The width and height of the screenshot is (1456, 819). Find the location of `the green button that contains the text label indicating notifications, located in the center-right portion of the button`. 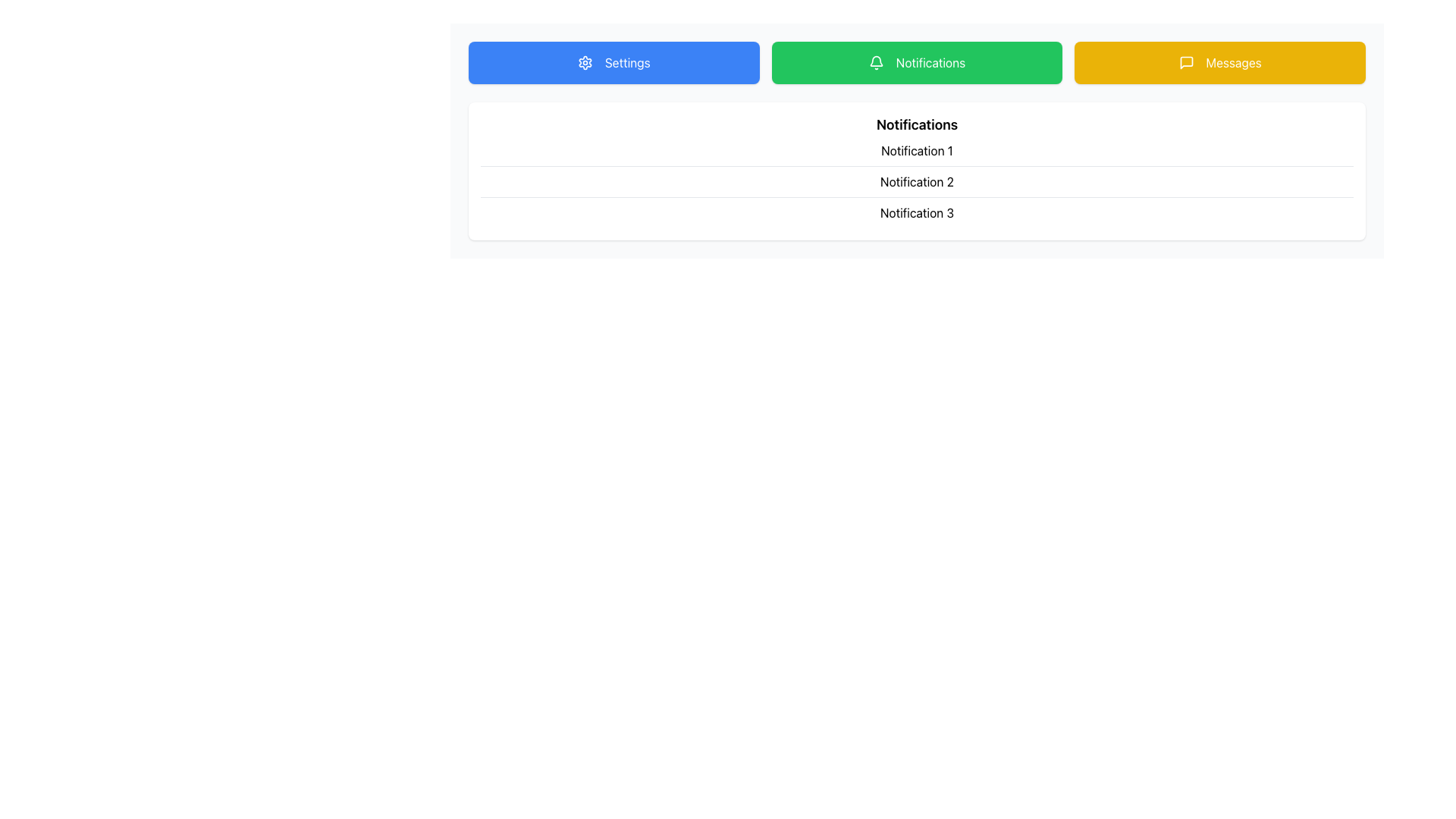

the green button that contains the text label indicating notifications, located in the center-right portion of the button is located at coordinates (930, 62).